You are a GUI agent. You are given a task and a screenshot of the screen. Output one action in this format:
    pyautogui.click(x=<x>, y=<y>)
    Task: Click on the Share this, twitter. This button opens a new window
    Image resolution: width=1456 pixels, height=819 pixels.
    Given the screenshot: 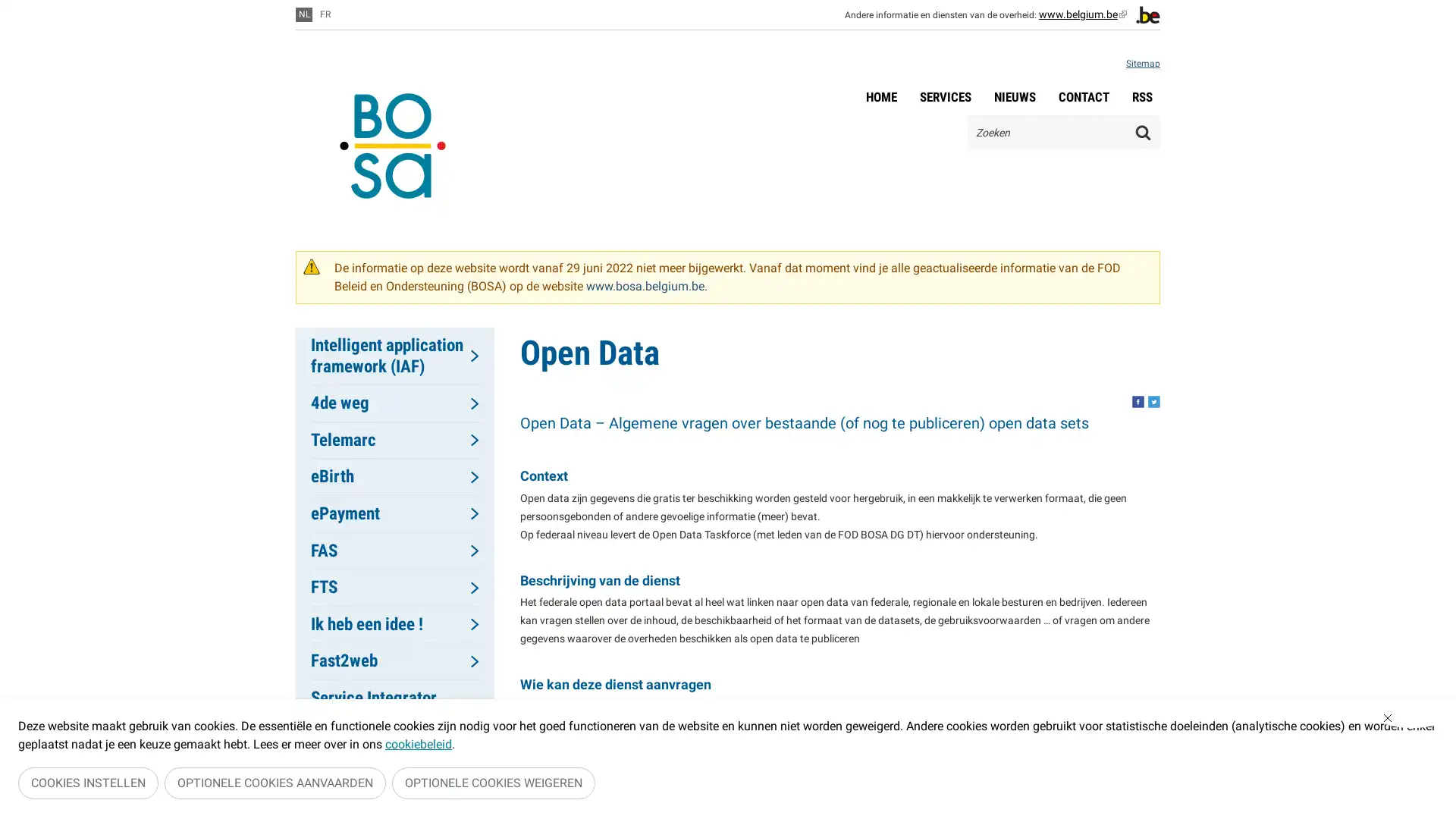 What is the action you would take?
    pyautogui.click(x=1153, y=400)
    